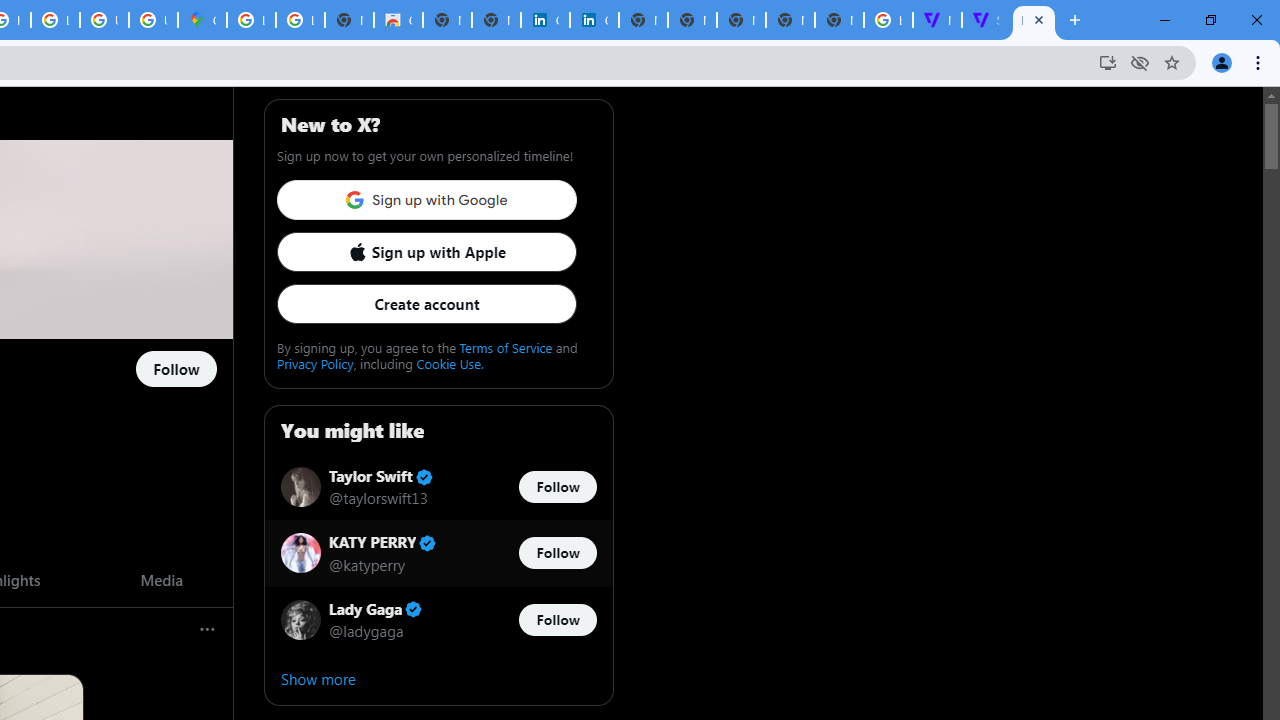 The image size is (1280, 720). I want to click on 'More', so click(208, 628).